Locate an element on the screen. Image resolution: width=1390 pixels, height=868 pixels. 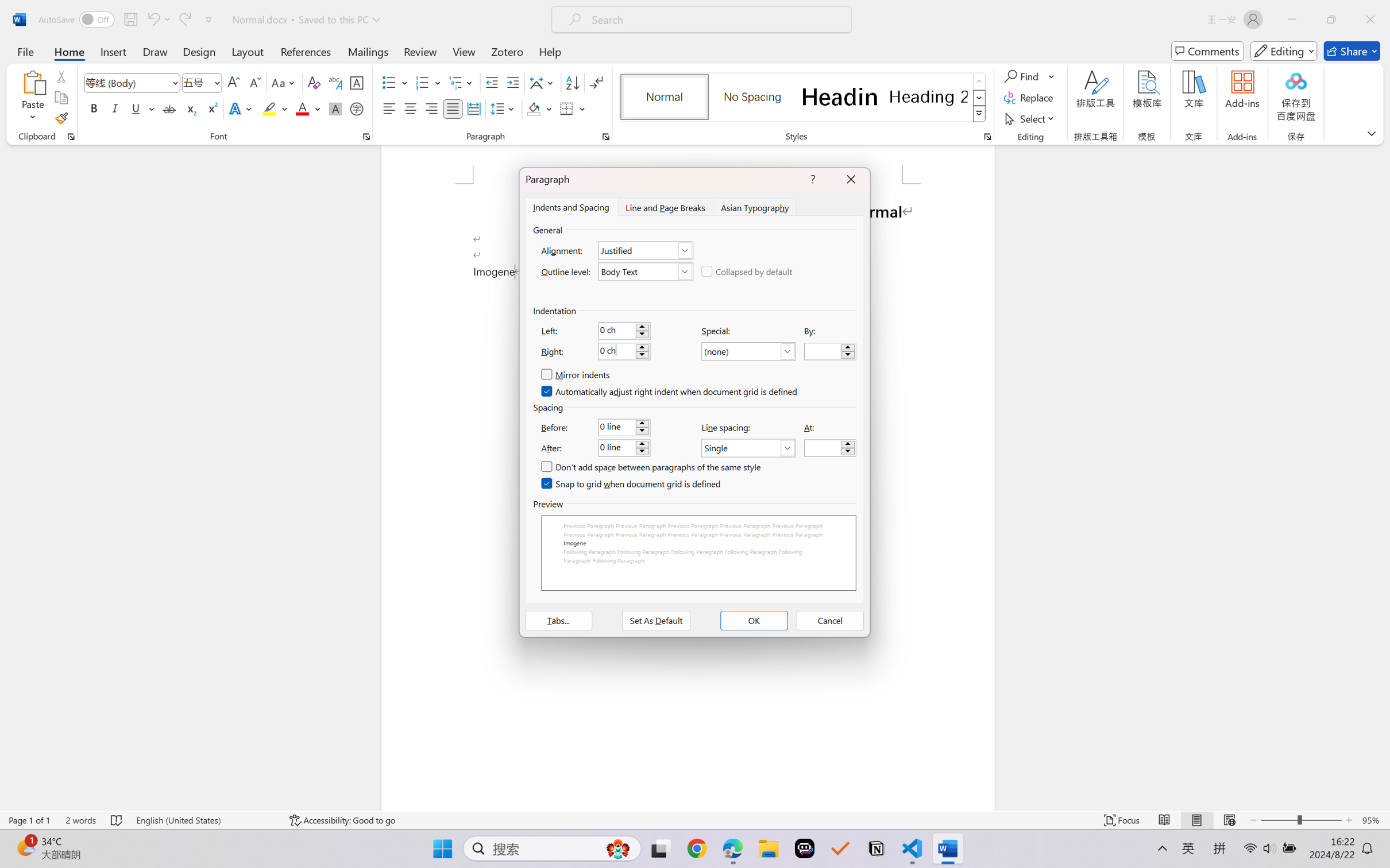
'Distributed' is located at coordinates (473, 108).